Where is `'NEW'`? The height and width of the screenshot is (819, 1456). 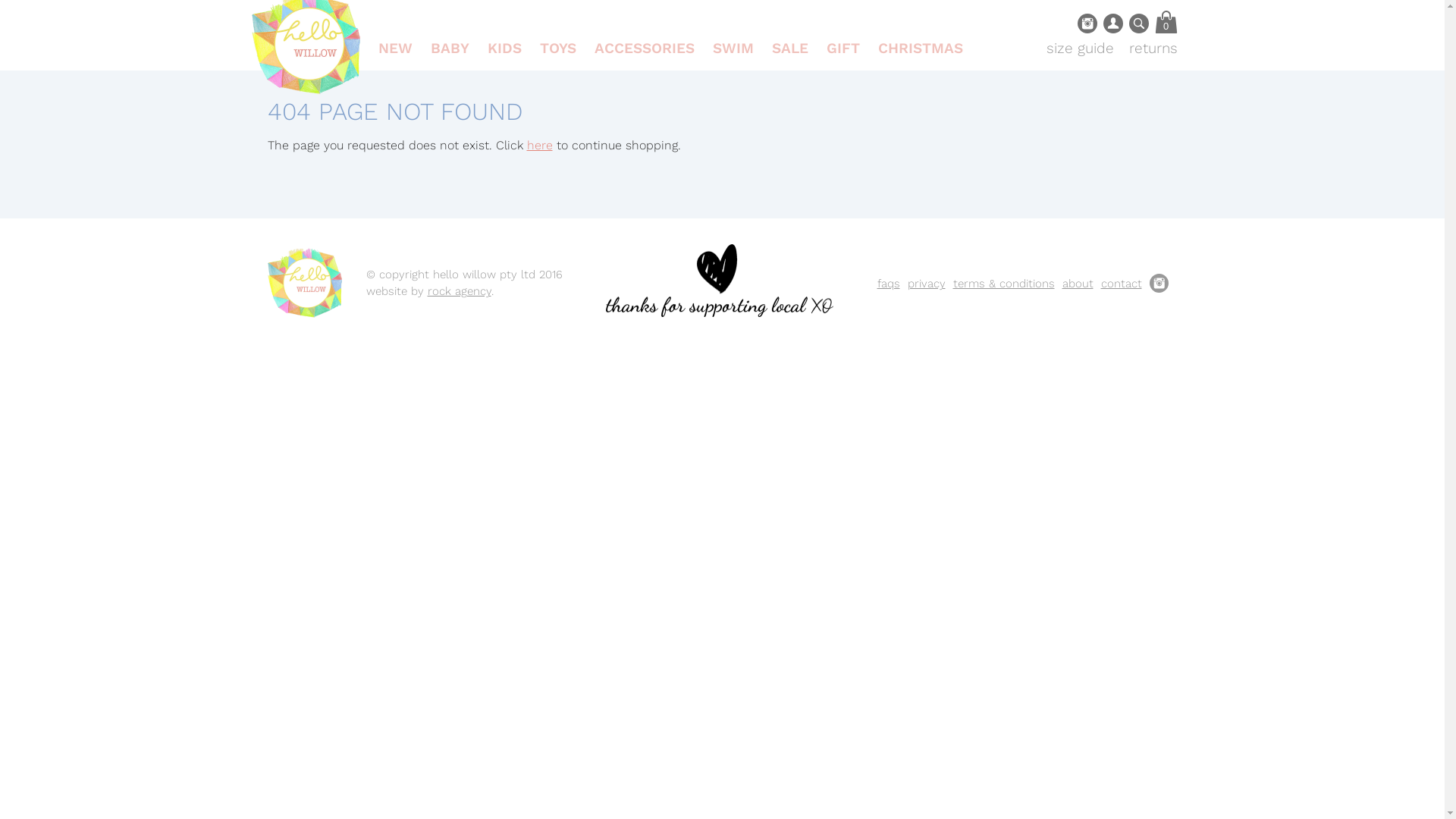
'NEW' is located at coordinates (394, 48).